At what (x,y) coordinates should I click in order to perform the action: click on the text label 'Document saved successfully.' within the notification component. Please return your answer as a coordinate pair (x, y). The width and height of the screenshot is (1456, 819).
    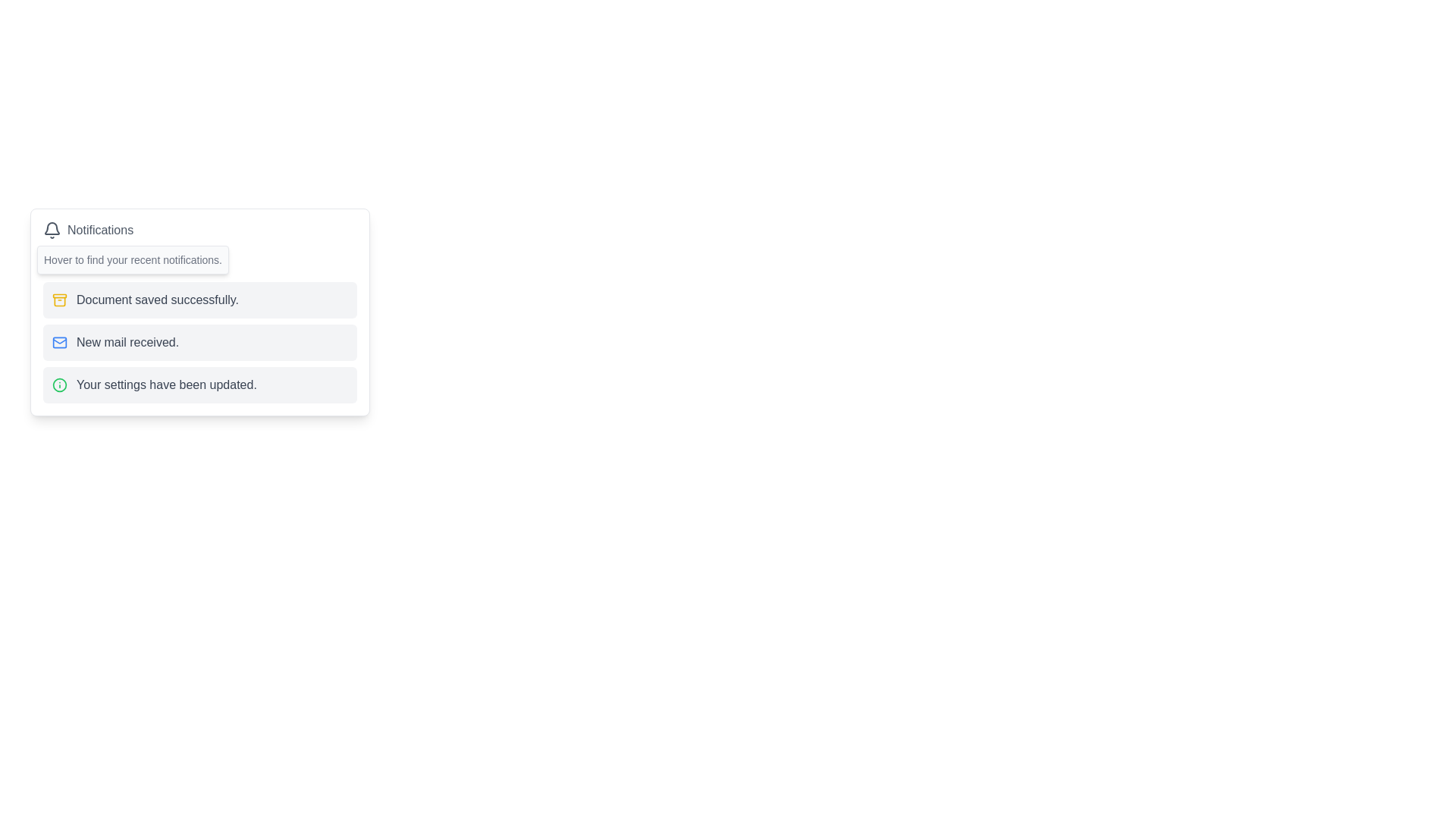
    Looking at the image, I should click on (157, 300).